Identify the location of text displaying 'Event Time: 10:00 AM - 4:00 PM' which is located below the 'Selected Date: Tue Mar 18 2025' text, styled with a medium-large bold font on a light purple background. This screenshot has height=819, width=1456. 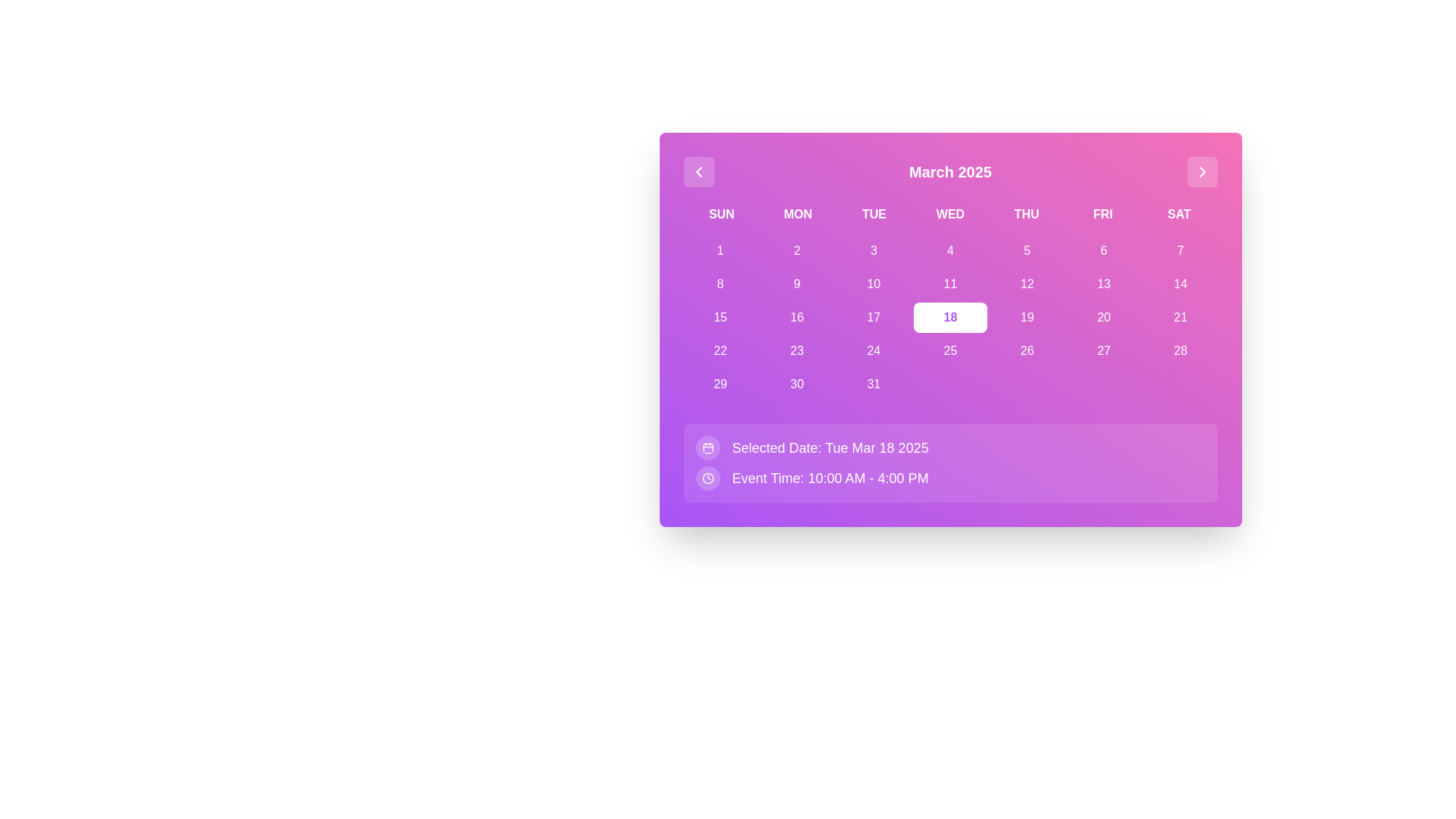
(829, 479).